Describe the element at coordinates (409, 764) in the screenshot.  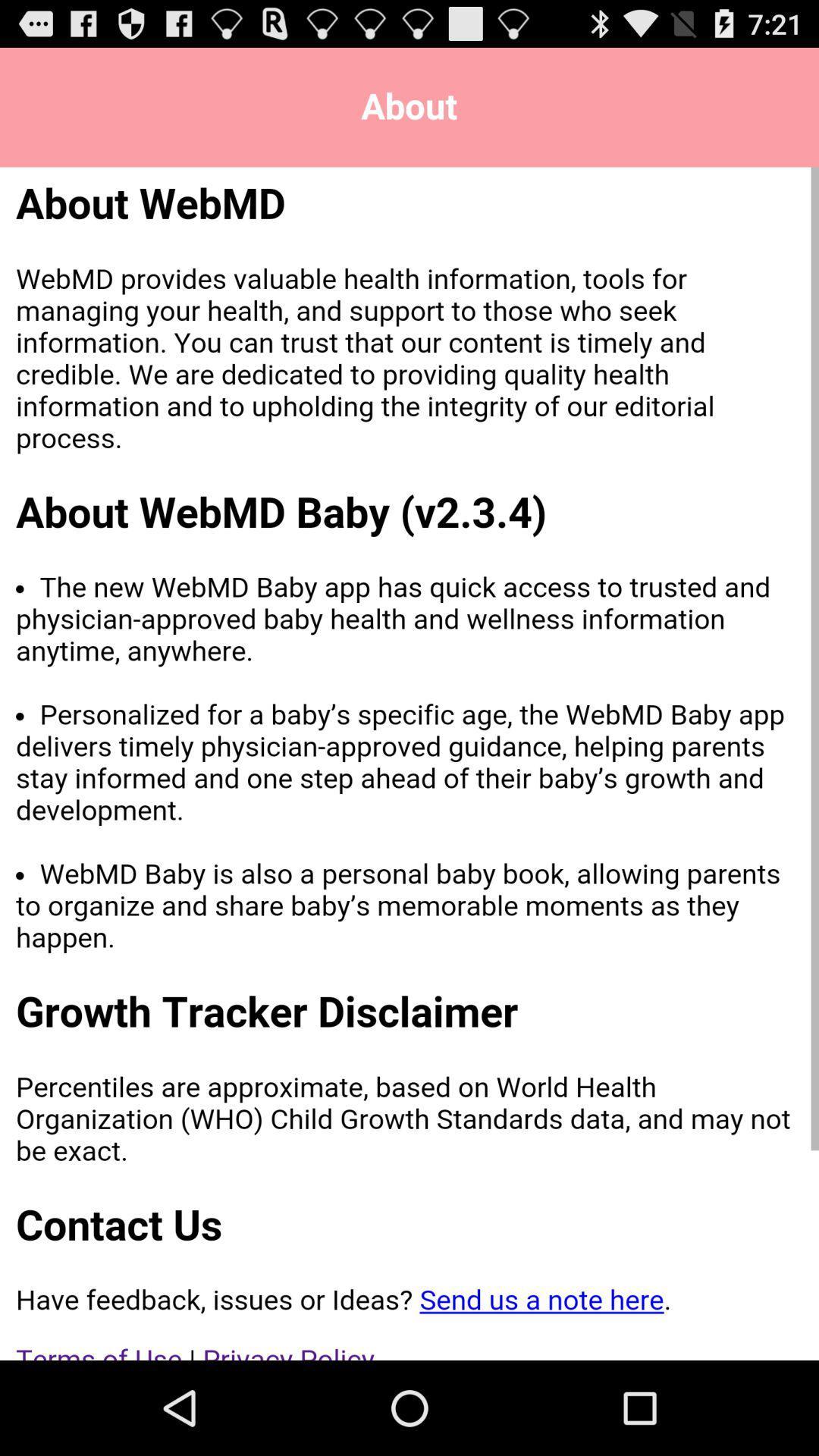
I see `seeing in the parargraph` at that location.